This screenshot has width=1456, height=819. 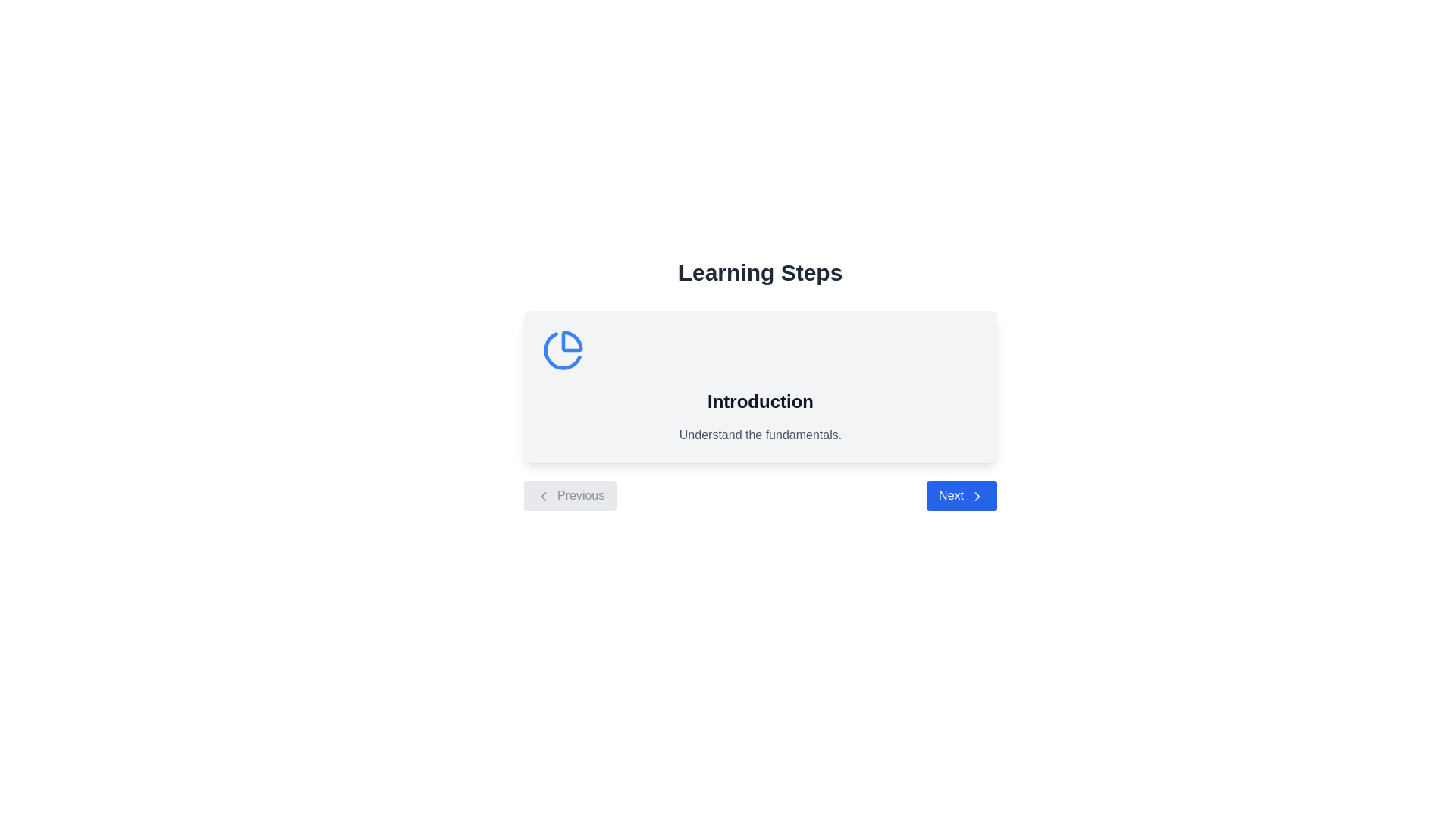 I want to click on the SVG graphic element that symbolizes a pie chart, located before the title 'Introduction', so click(x=562, y=350).